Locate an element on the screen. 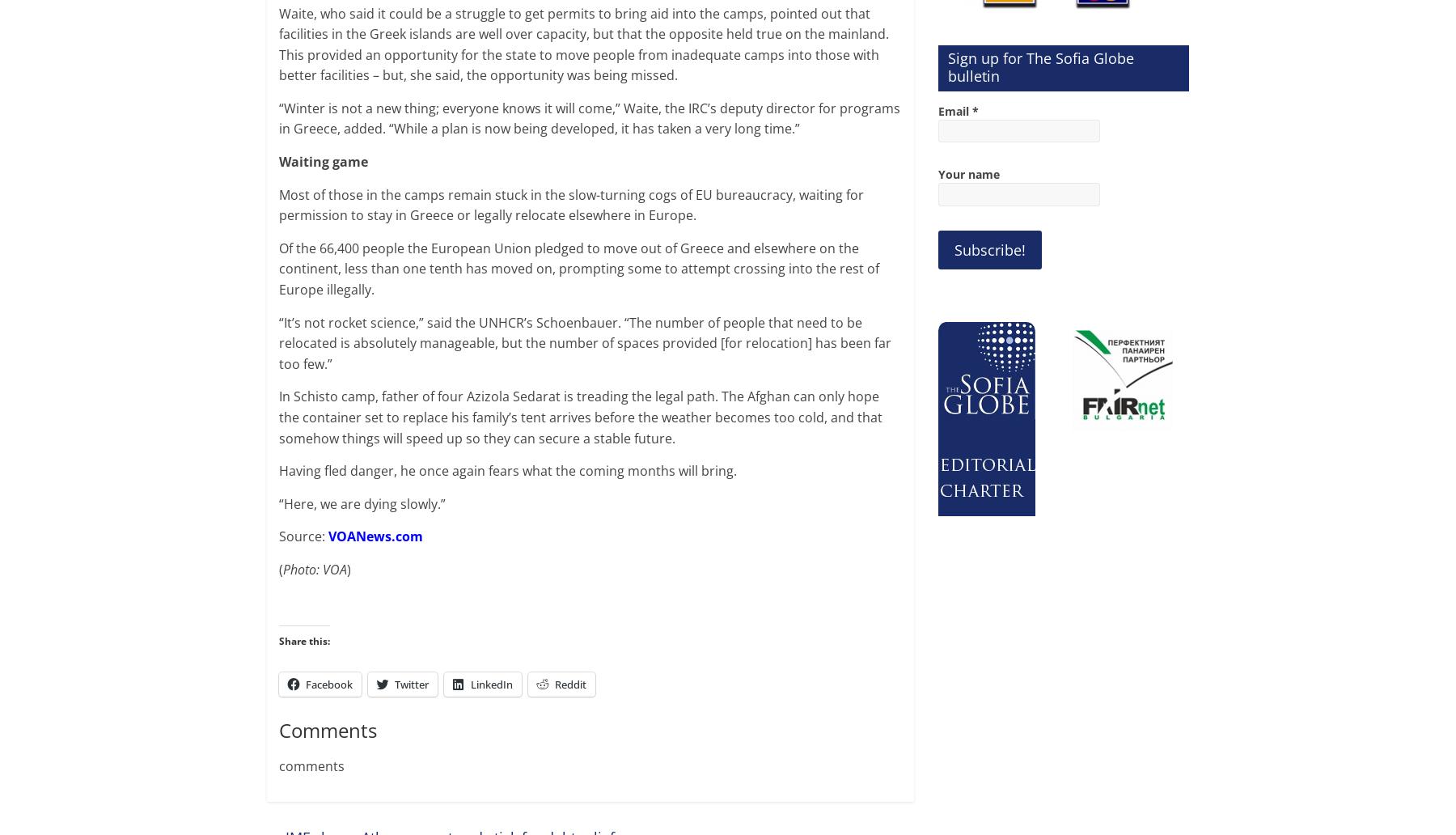 The width and height of the screenshot is (1456, 835). 'VOANews.com' is located at coordinates (375, 535).